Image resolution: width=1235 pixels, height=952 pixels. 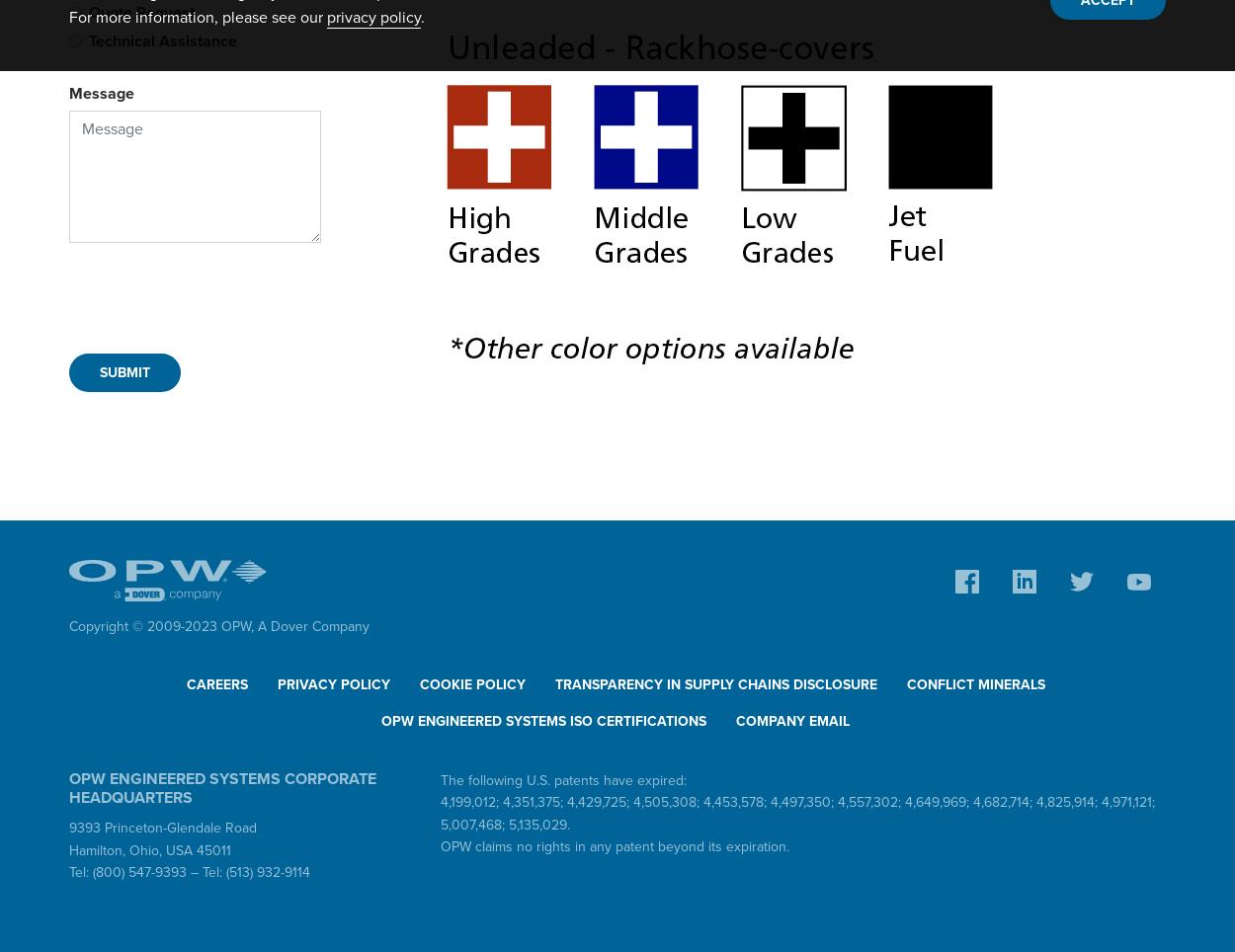 What do you see at coordinates (141, 12) in the screenshot?
I see `'Quote Request'` at bounding box center [141, 12].